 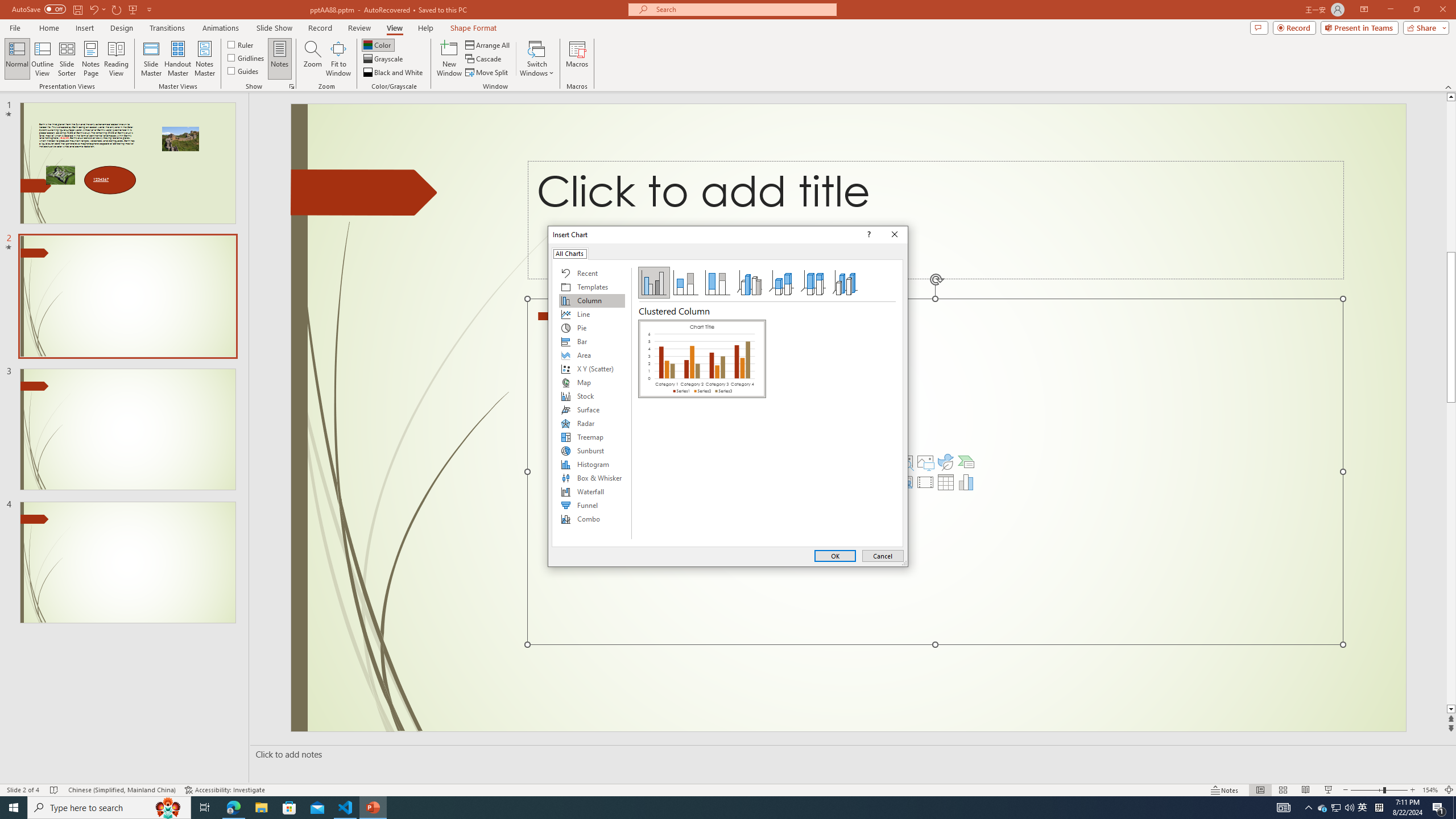 I want to click on 'Fit to Window', so click(x=338, y=59).